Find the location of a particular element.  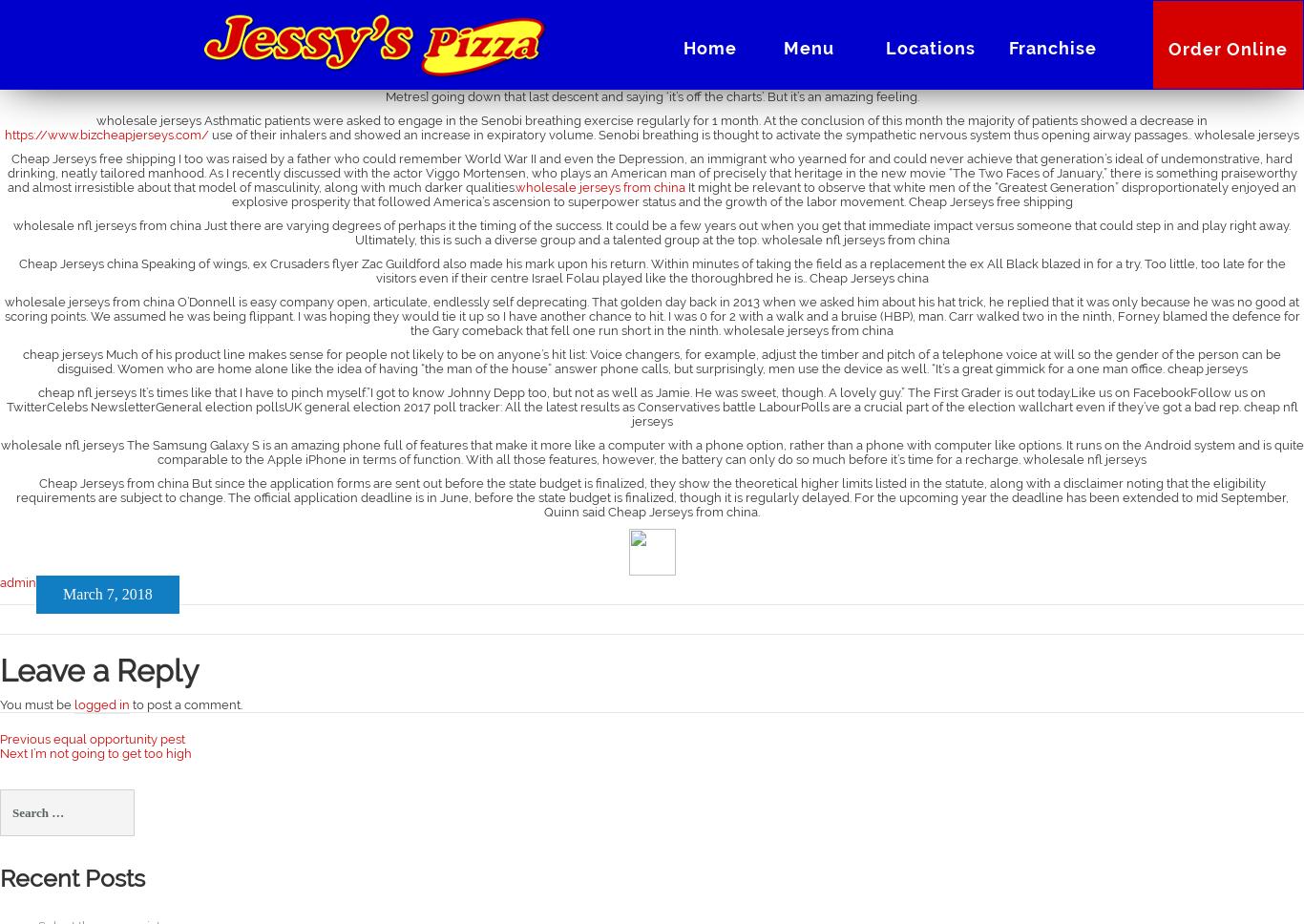

'Cheap Jerseys china Speaking of wings, ex Crusaders flyer Zac Guildford also made his mark upon his return. Within minutes of taking the field as a replacement the ex All Black blazed in for a try. Too little, too late for the visitors even if their centre Israel Folau played like the thoroughbred he is.. Cheap Jerseys china' is located at coordinates (650, 270).